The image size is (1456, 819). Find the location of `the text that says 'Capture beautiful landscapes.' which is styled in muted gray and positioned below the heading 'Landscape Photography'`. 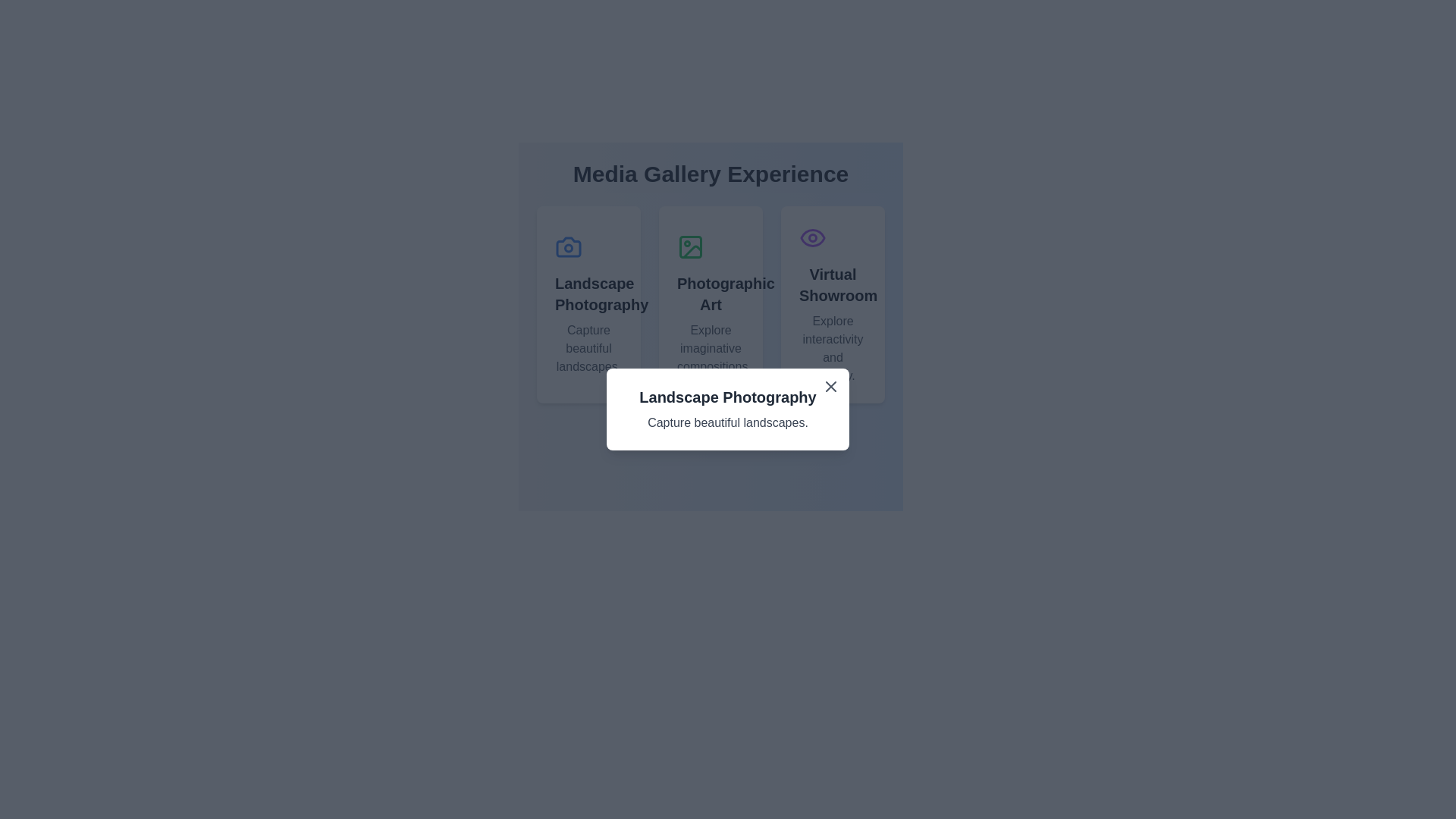

the text that says 'Capture beautiful landscapes.' which is styled in muted gray and positioned below the heading 'Landscape Photography' is located at coordinates (728, 423).